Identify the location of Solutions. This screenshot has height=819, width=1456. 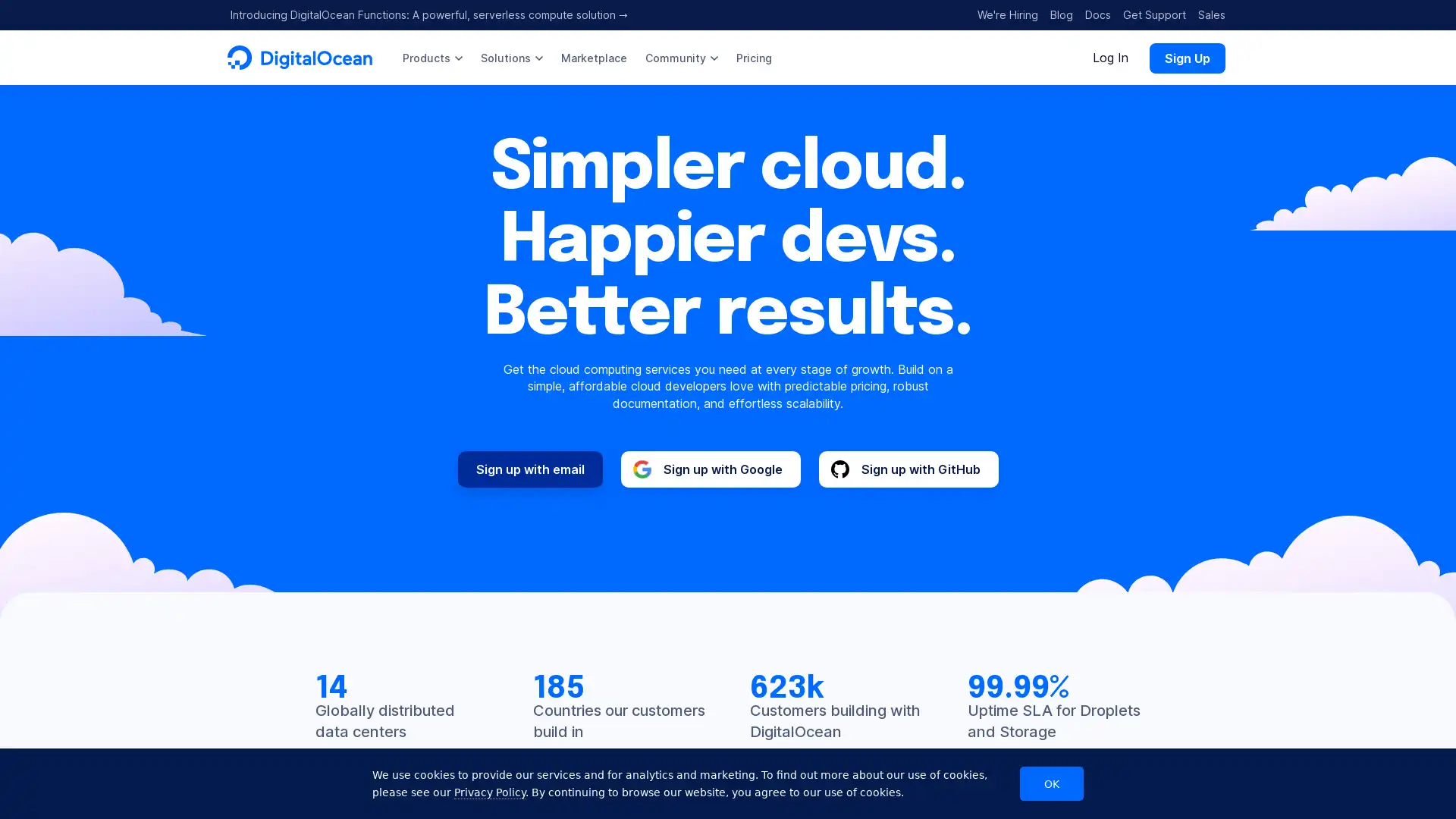
(512, 57).